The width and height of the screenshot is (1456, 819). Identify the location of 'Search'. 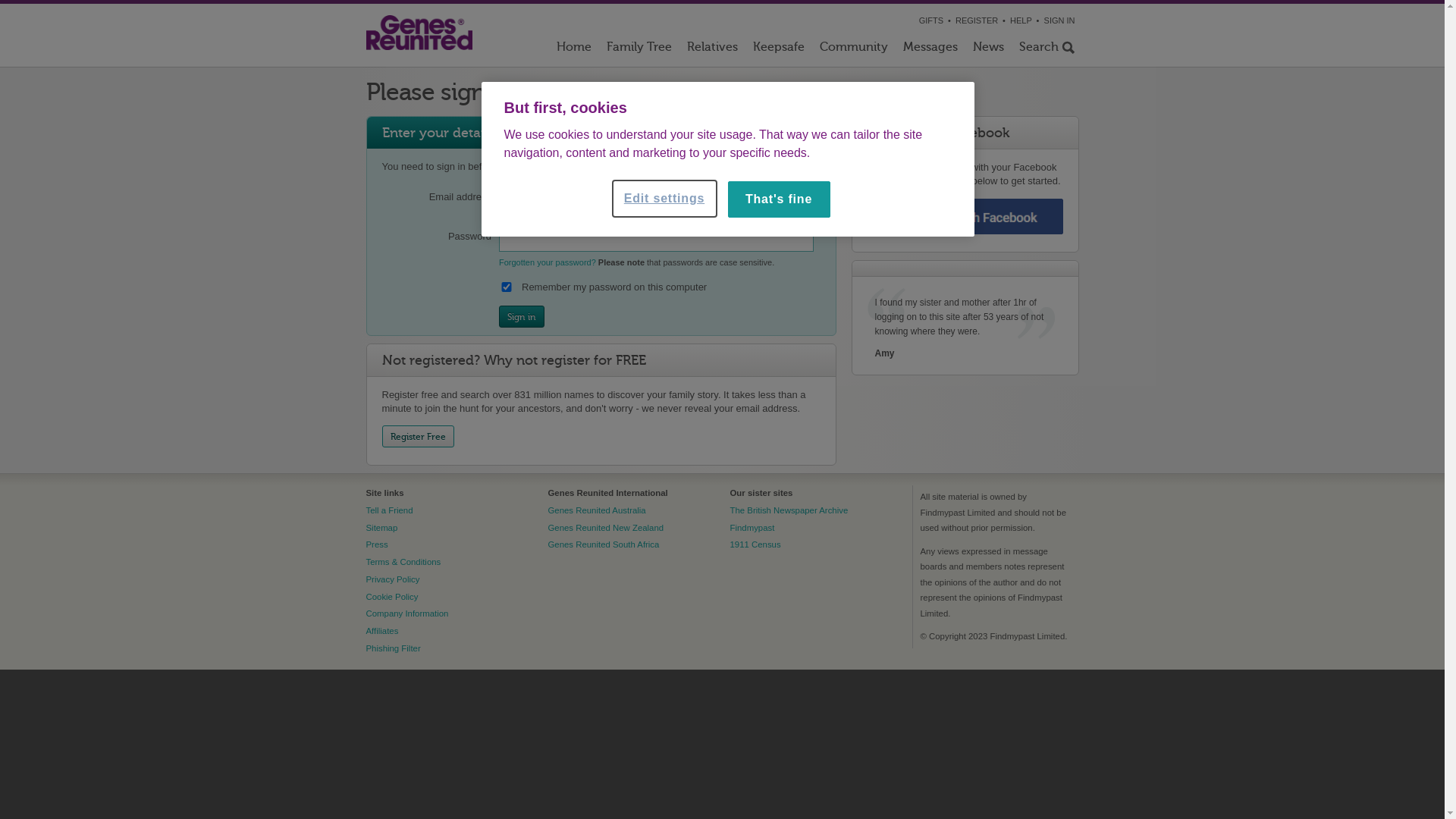
(1012, 49).